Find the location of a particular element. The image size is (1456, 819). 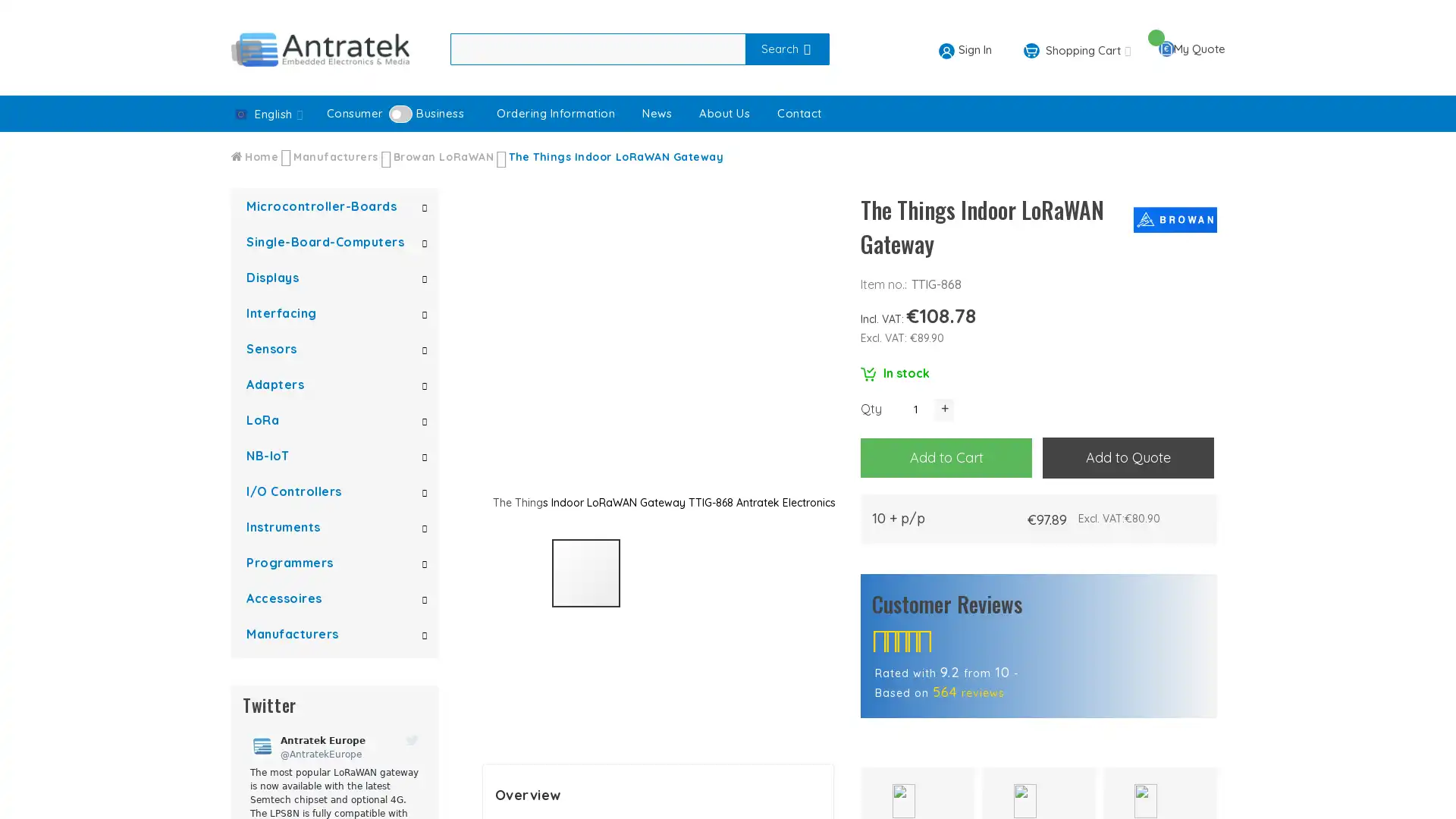

Next is located at coordinates (833, 573).